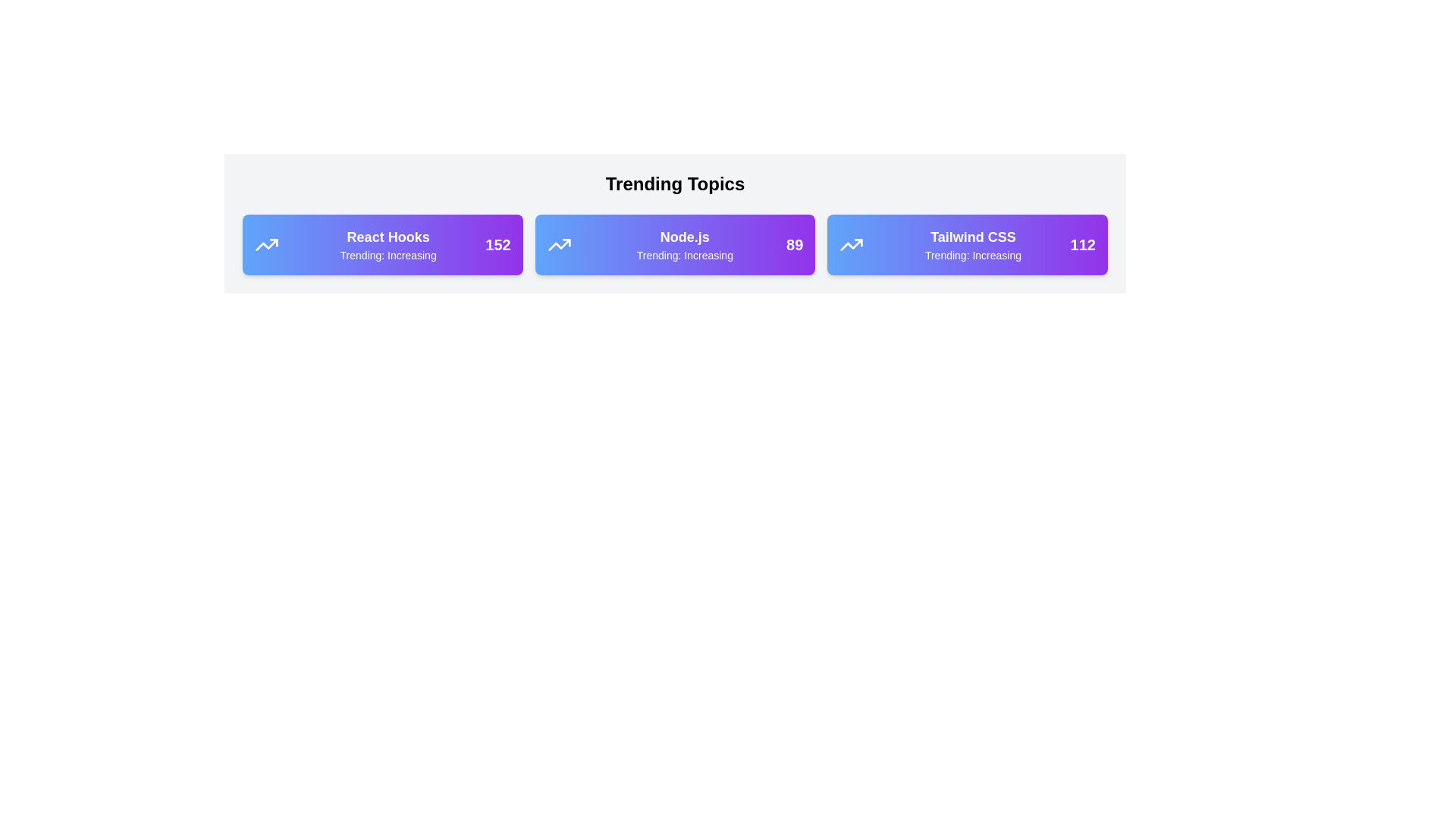 The height and width of the screenshot is (819, 1456). I want to click on the topic card for React Hooks, so click(382, 244).